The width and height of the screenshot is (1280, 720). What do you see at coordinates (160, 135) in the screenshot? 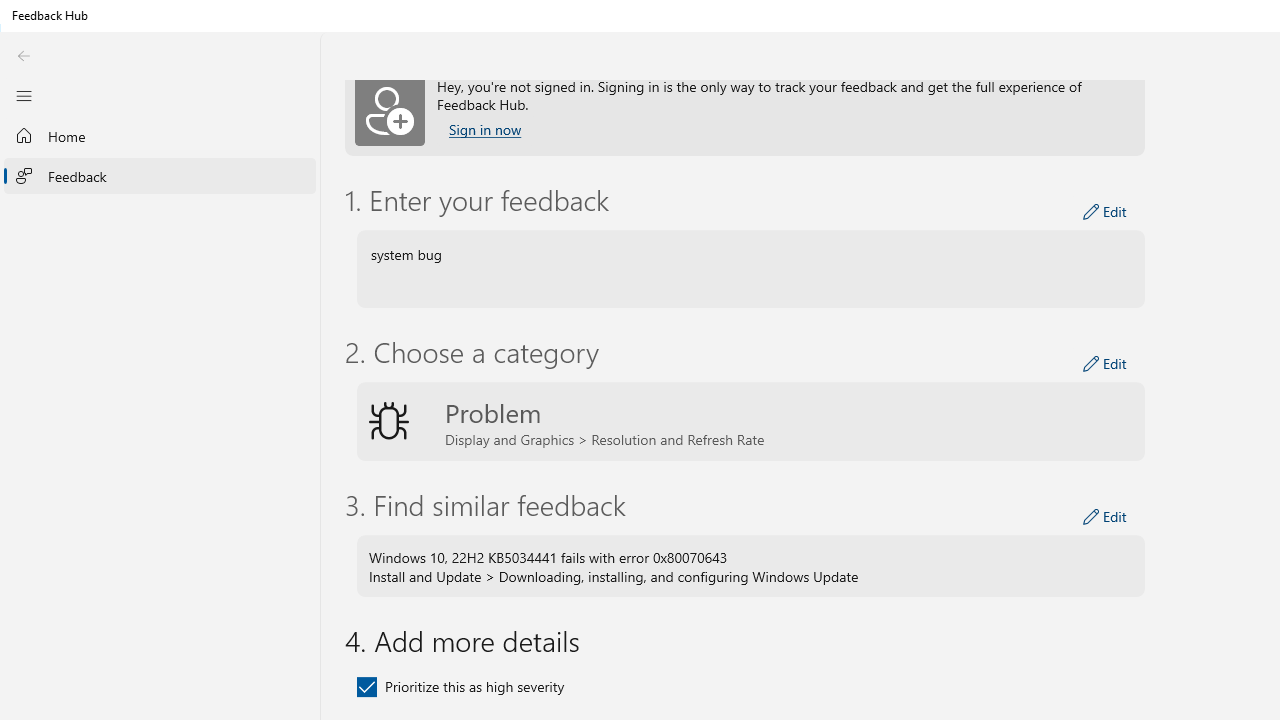
I see `'Home'` at bounding box center [160, 135].